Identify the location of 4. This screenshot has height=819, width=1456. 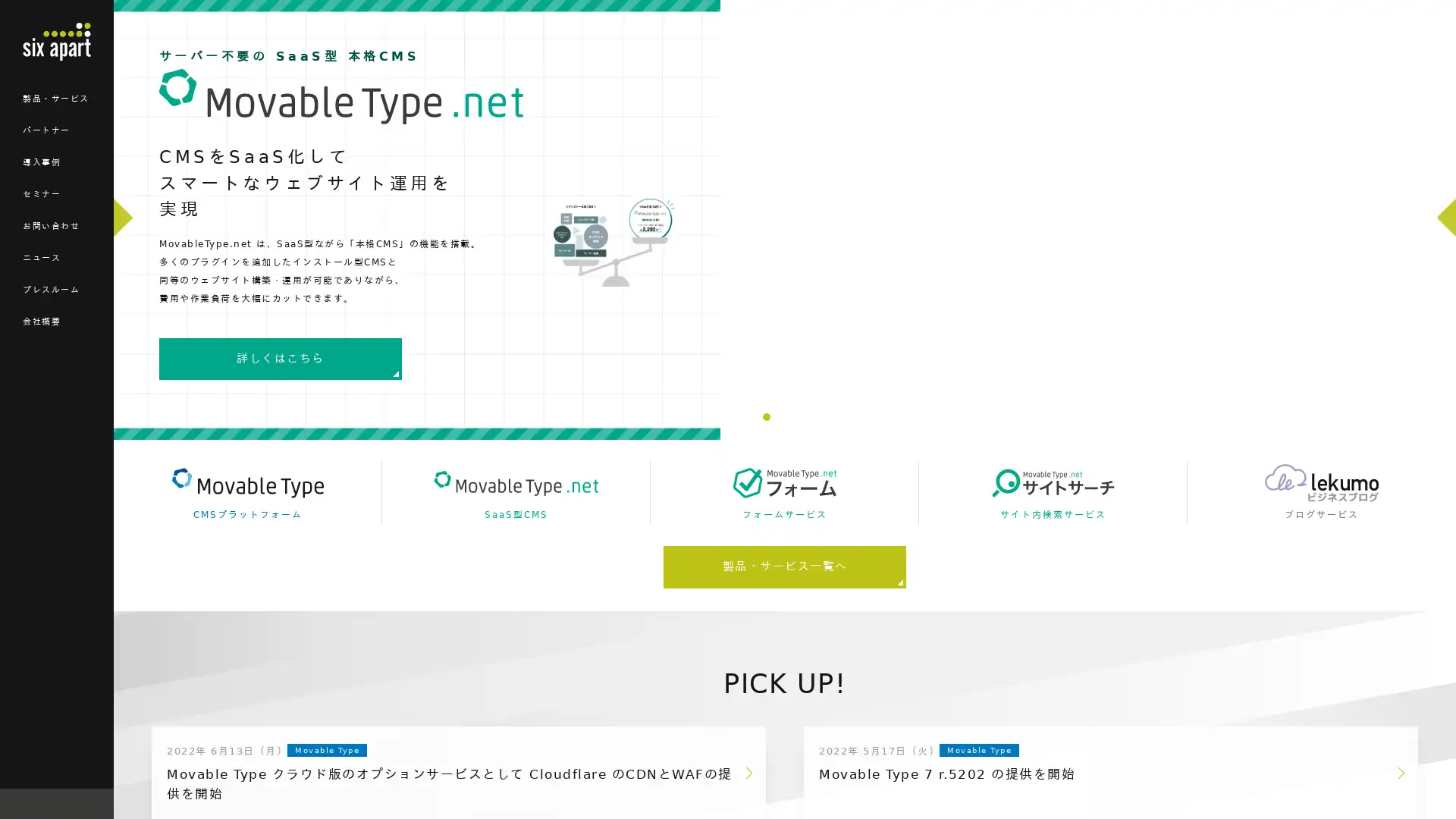
(802, 417).